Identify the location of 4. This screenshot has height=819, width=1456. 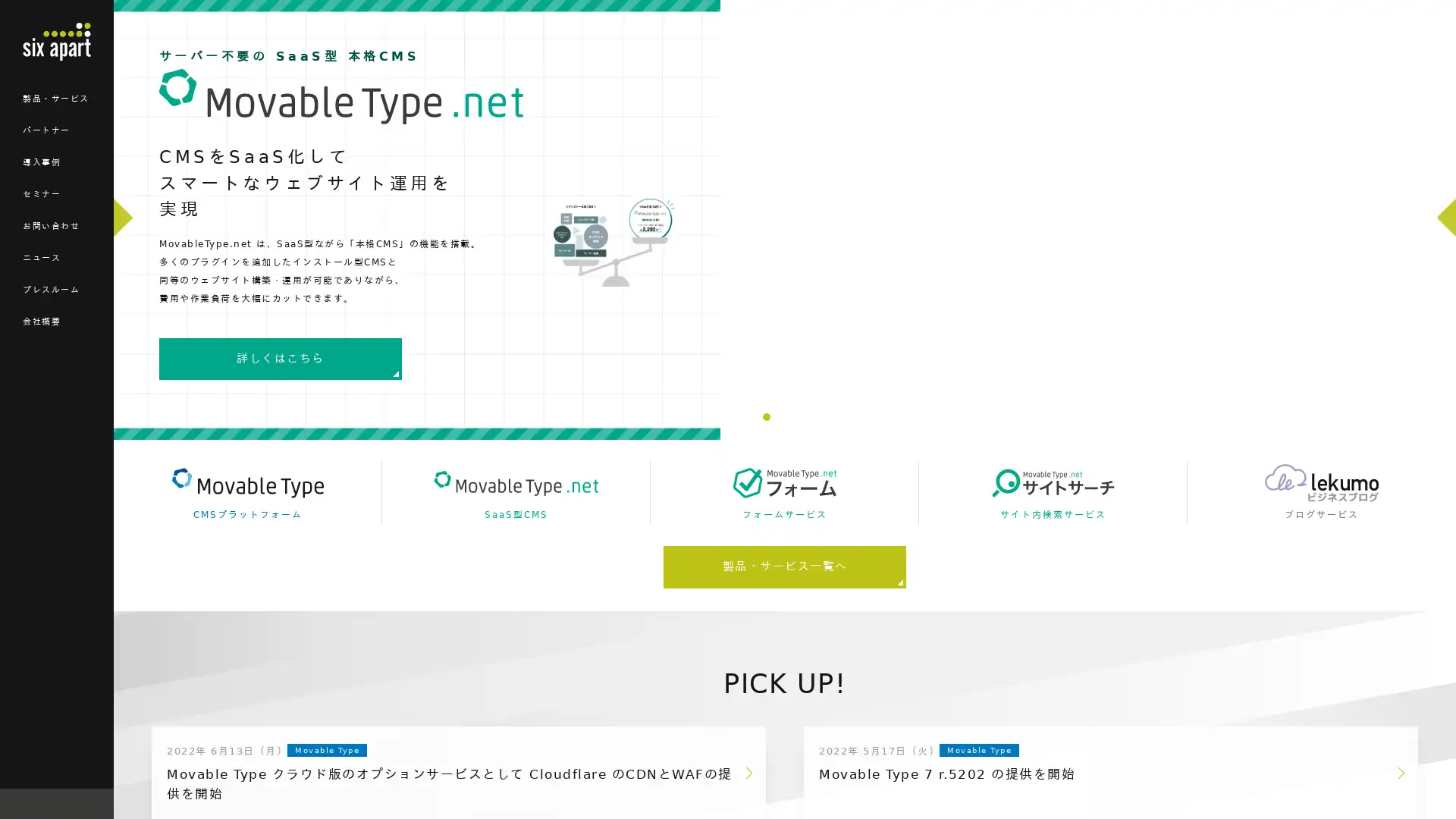
(802, 417).